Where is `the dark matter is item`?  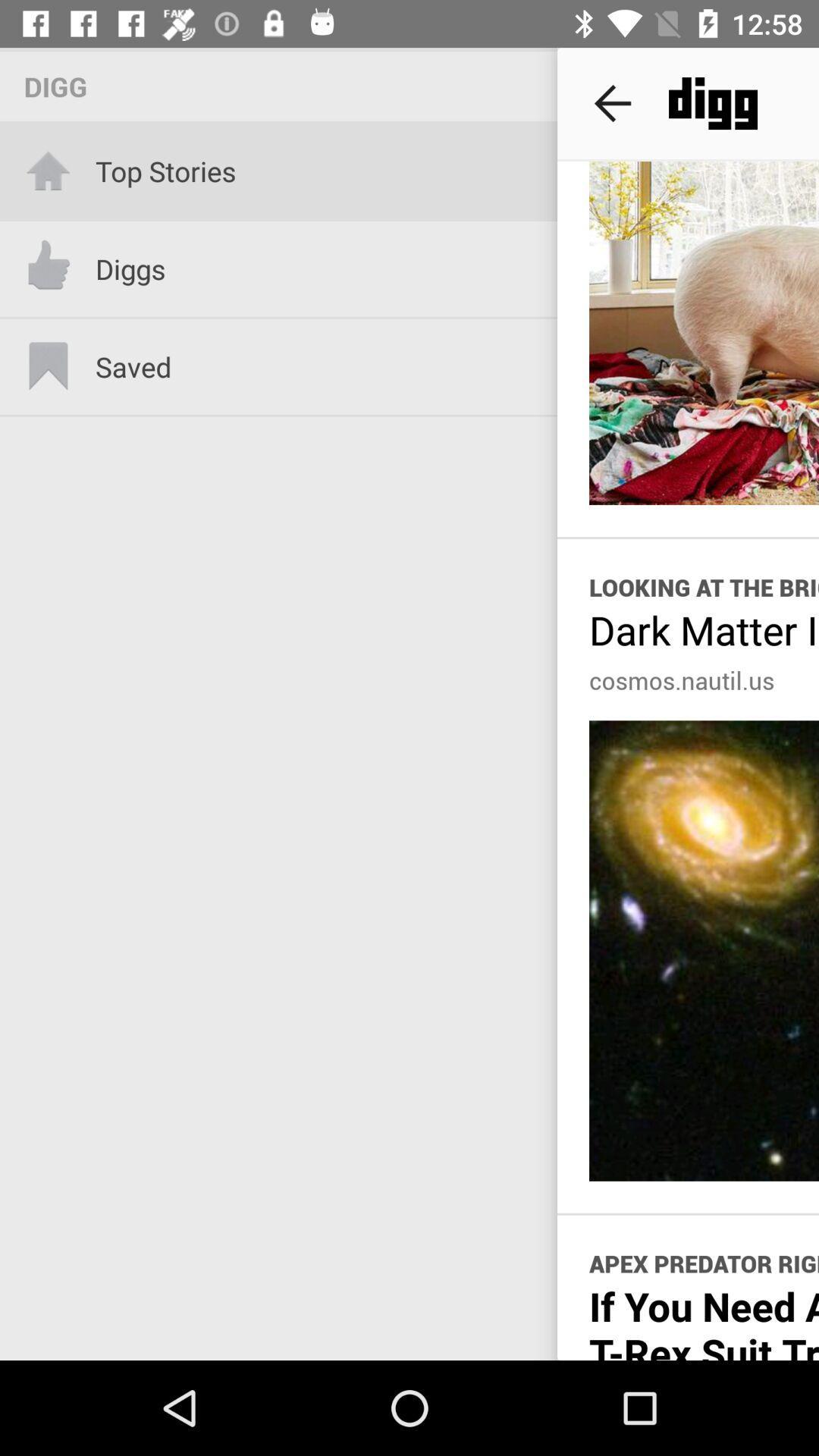
the dark matter is item is located at coordinates (704, 629).